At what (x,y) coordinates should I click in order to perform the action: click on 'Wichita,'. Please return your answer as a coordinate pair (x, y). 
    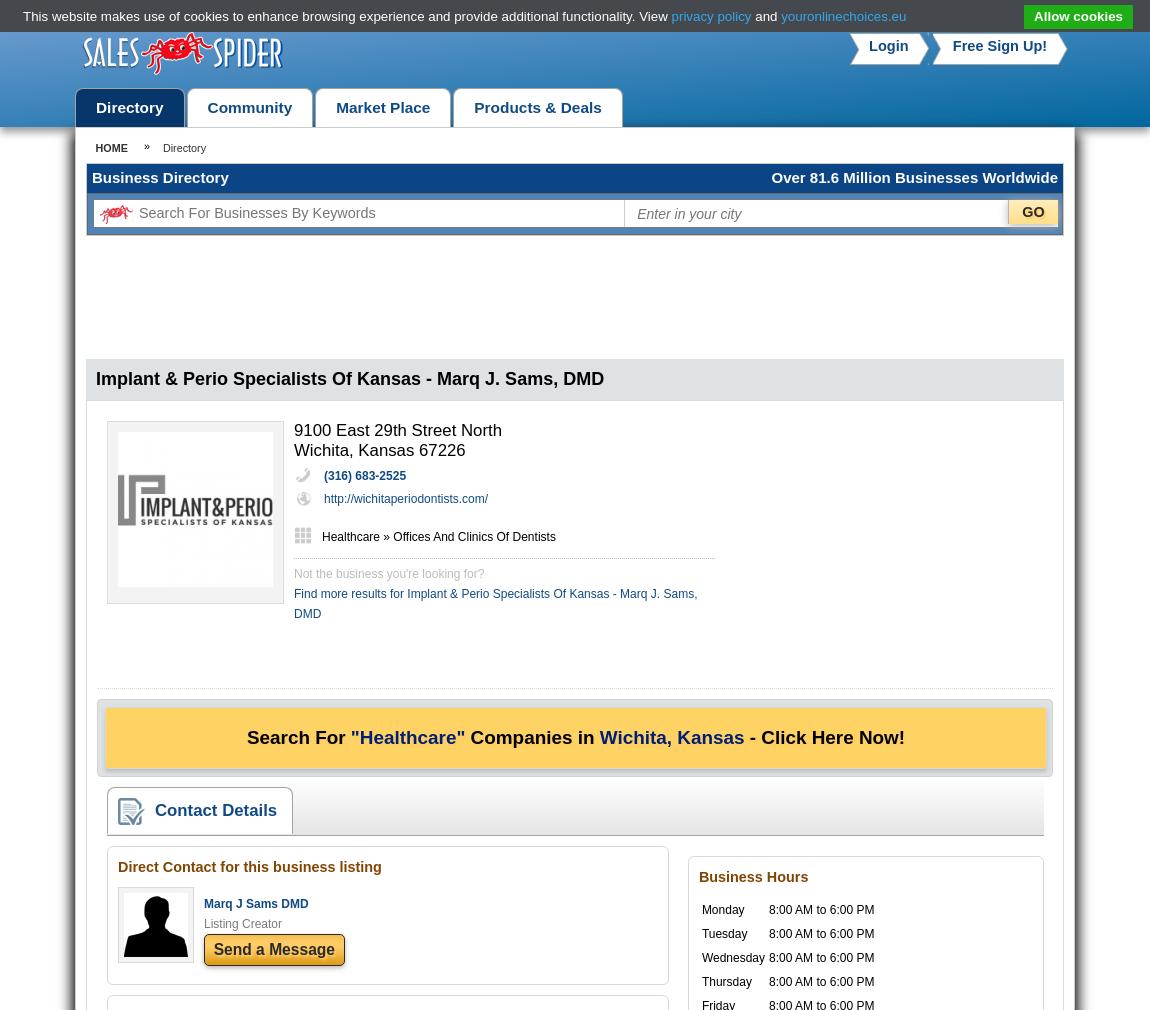
    Looking at the image, I should click on (323, 450).